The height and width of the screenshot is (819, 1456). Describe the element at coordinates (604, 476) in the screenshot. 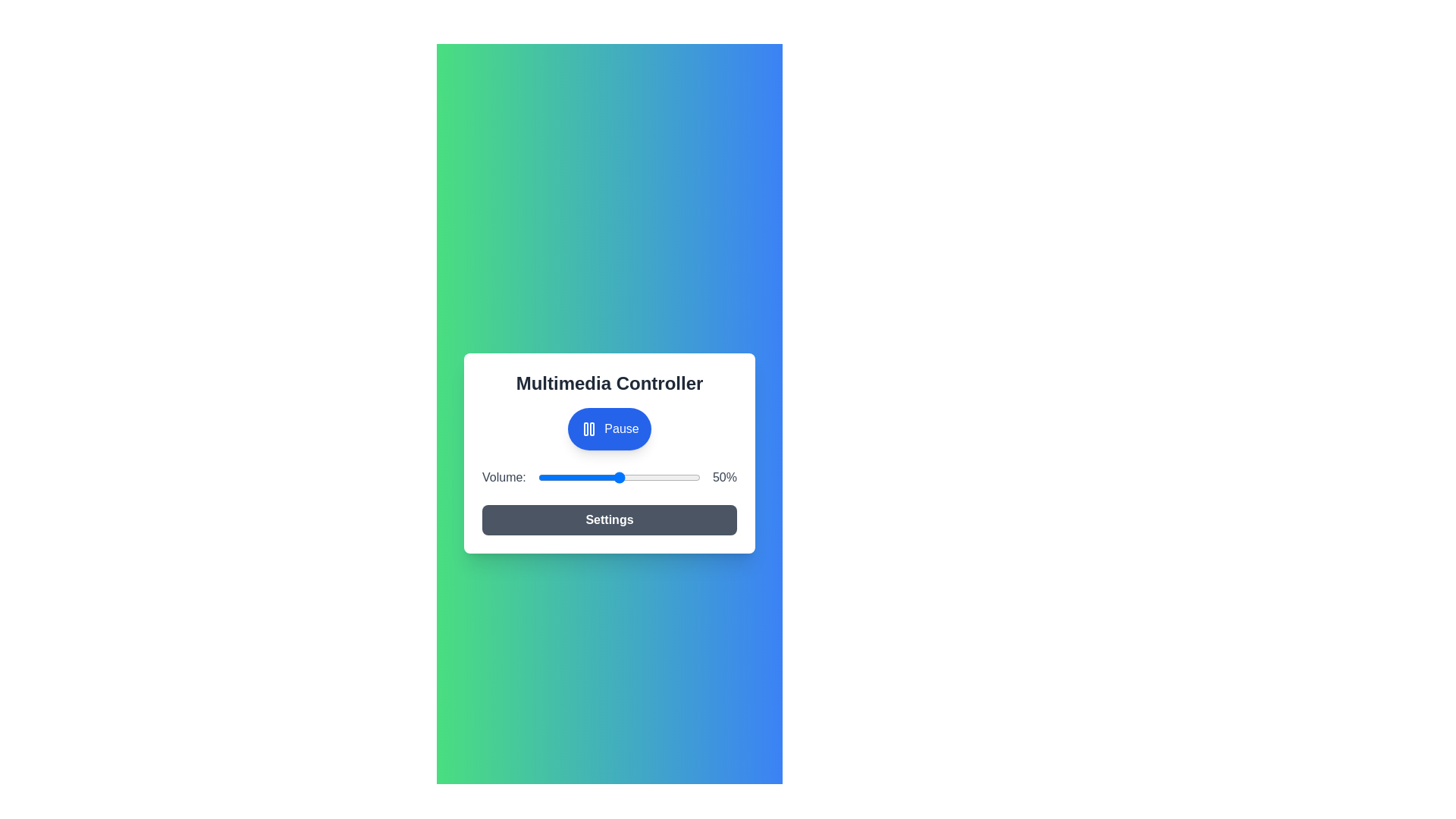

I see `the volume` at that location.